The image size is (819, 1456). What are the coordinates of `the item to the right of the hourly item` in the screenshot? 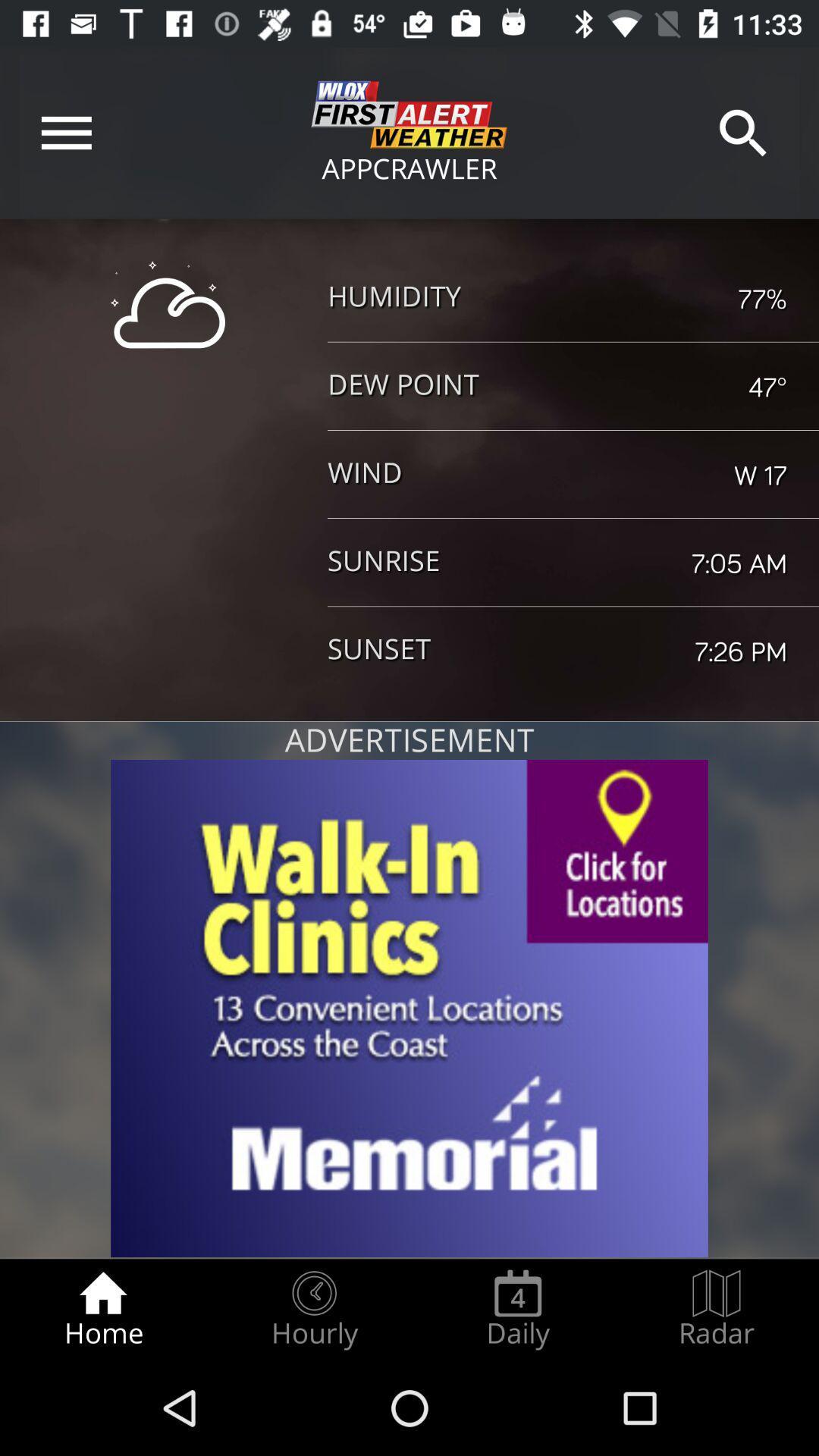 It's located at (517, 1309).